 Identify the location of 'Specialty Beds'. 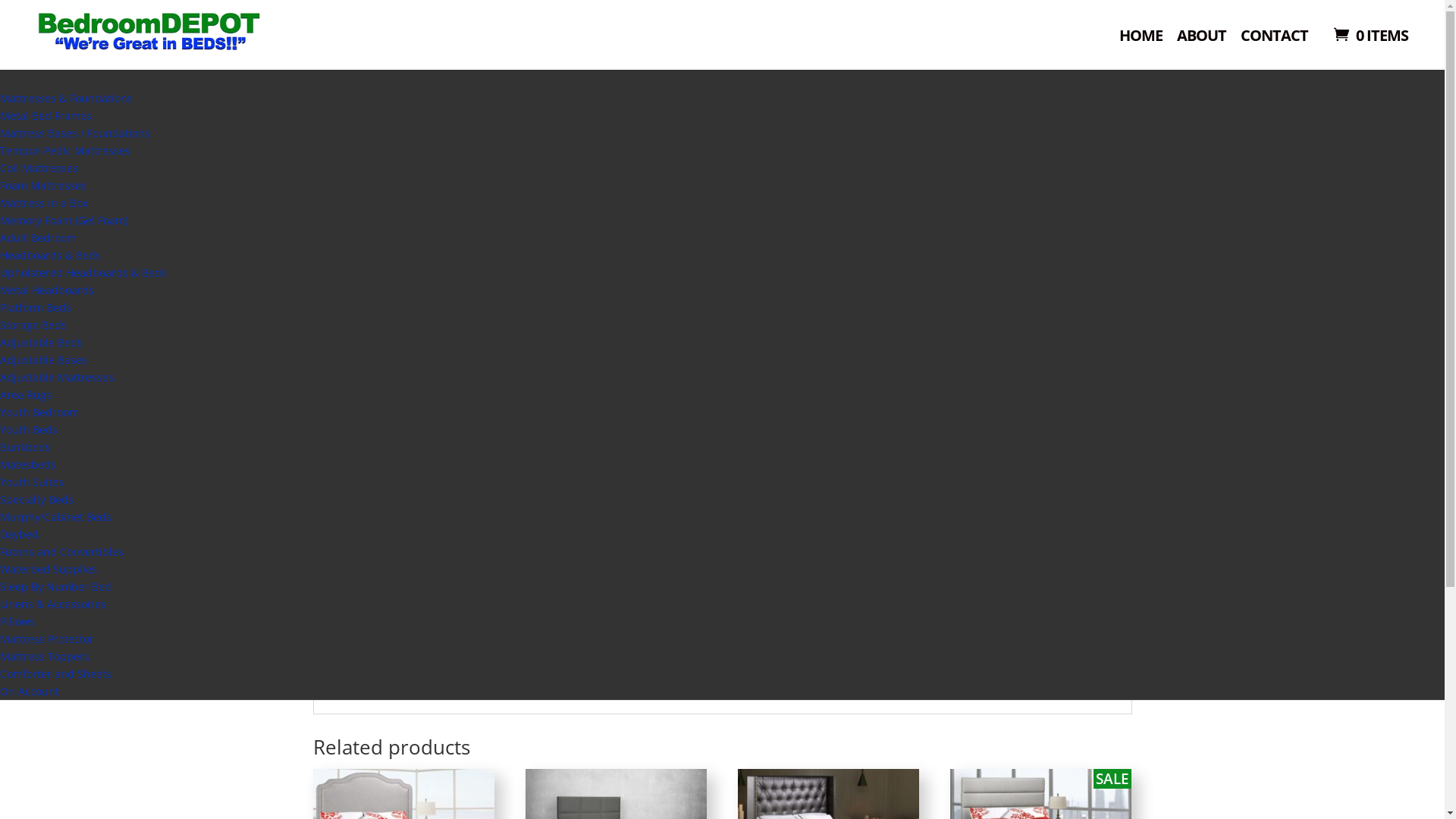
(36, 499).